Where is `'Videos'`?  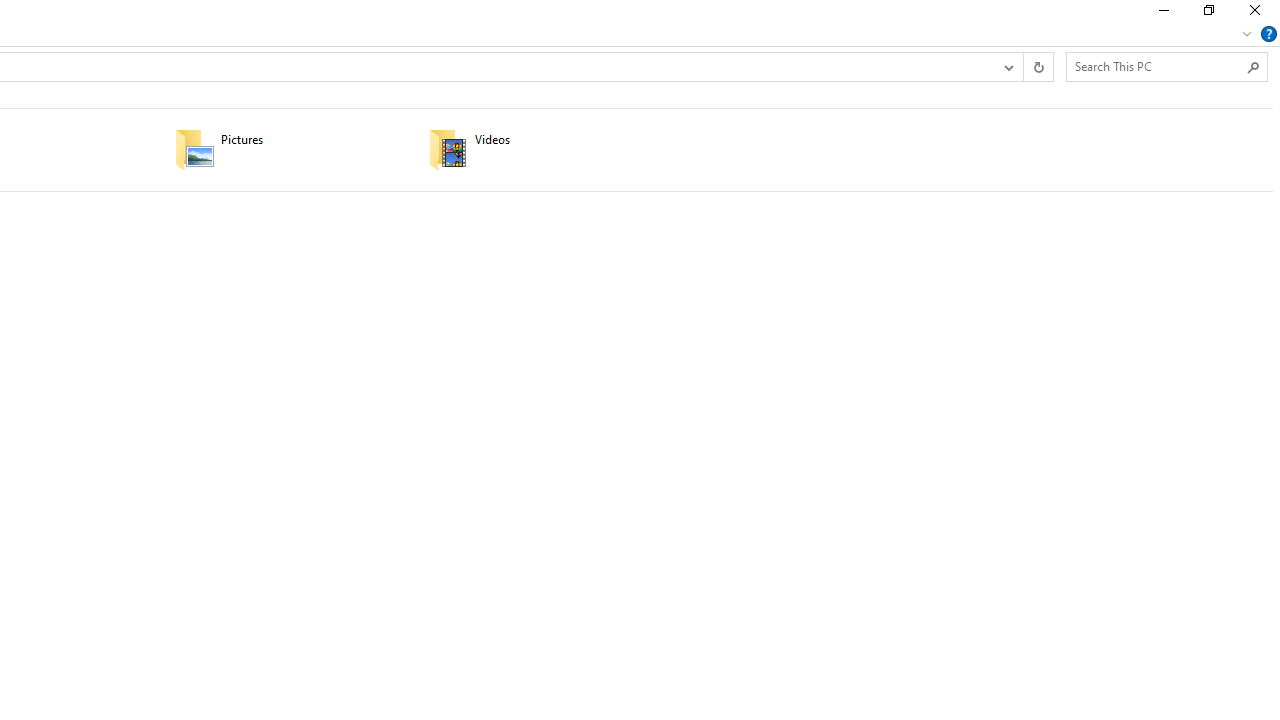
'Videos' is located at coordinates (543, 148).